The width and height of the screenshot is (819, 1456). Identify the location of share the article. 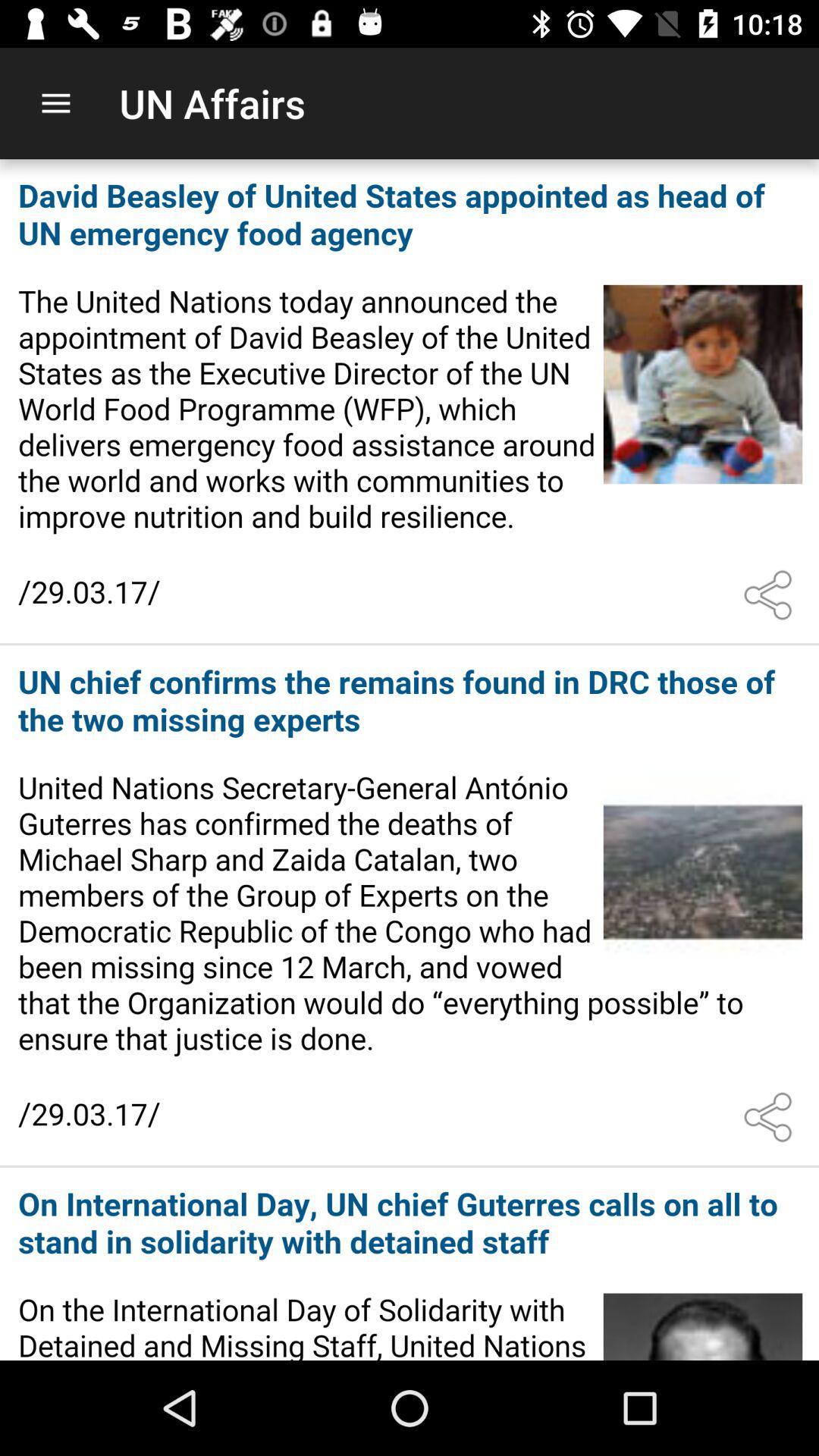
(771, 1117).